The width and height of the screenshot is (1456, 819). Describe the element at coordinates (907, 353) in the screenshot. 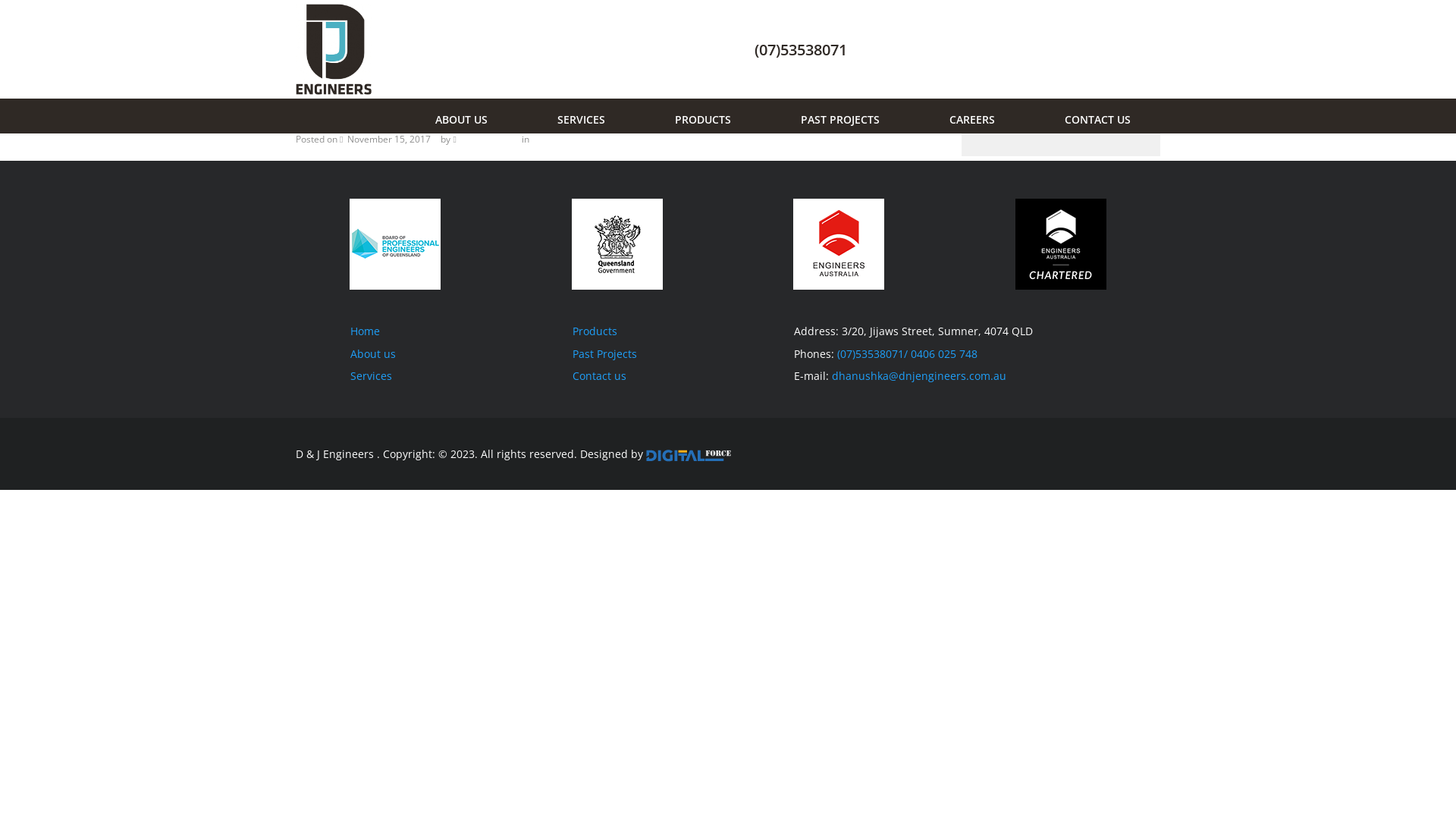

I see `'(07)53538071/ 0406 025 748'` at that location.